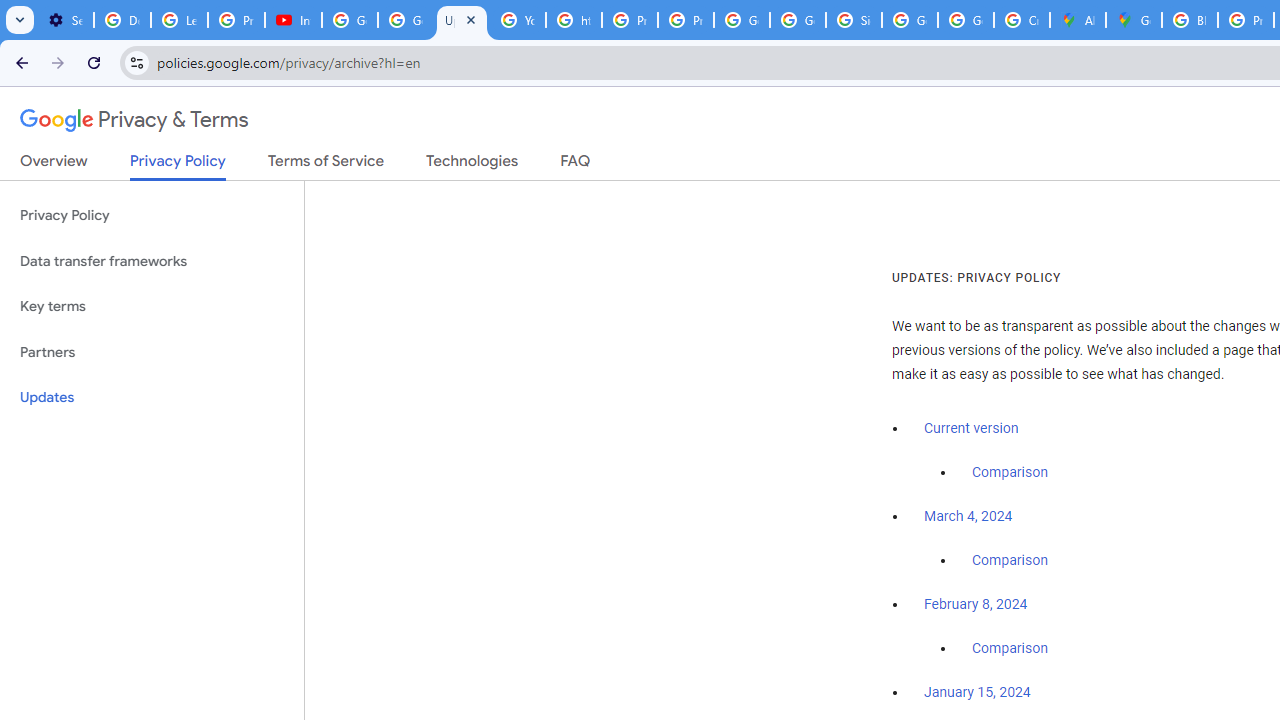 The height and width of the screenshot is (720, 1280). Describe the element at coordinates (350, 20) in the screenshot. I see `'Google Account Help'` at that location.